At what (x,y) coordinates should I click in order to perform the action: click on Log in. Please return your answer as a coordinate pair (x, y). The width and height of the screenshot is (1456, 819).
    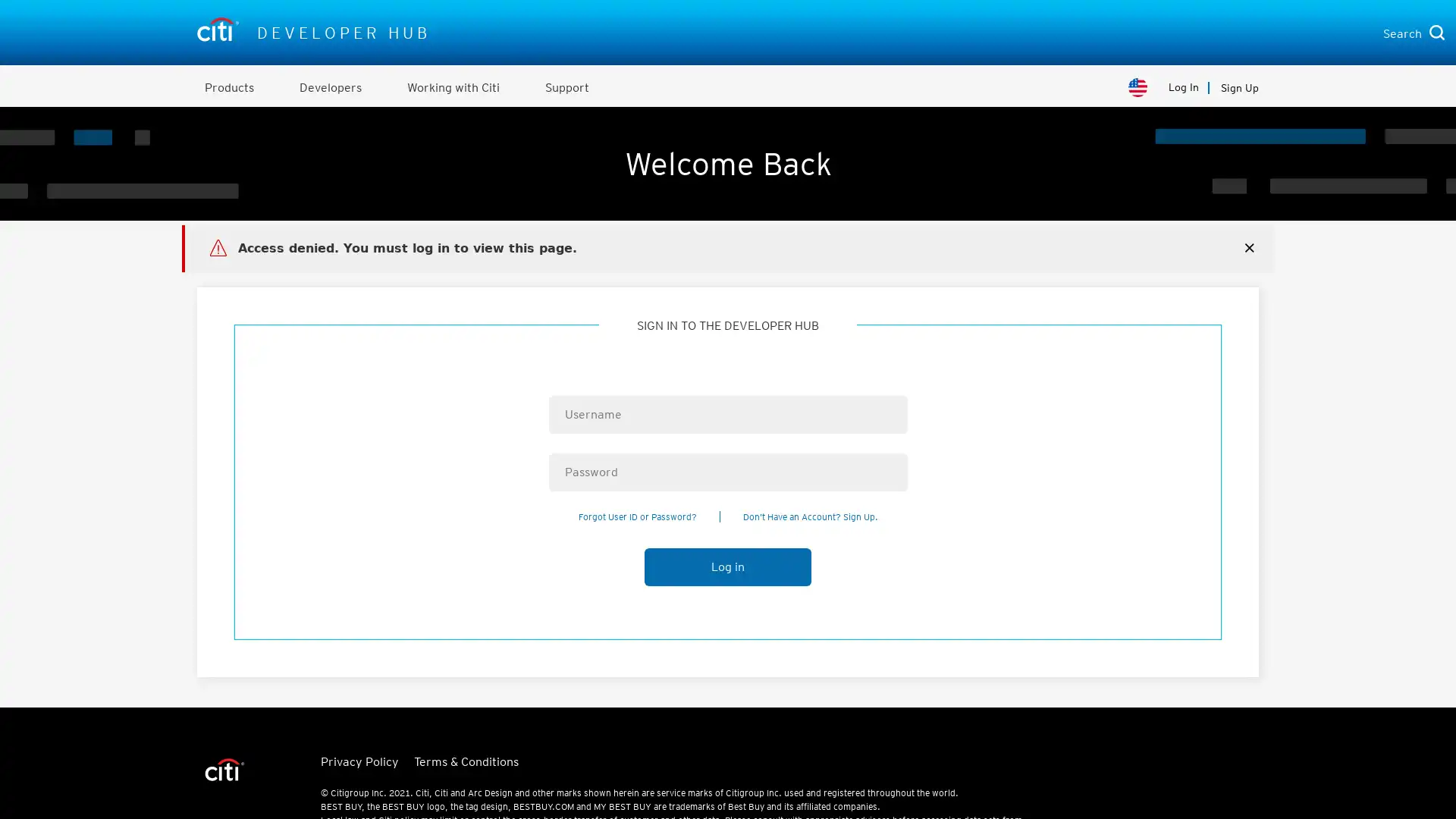
    Looking at the image, I should click on (728, 566).